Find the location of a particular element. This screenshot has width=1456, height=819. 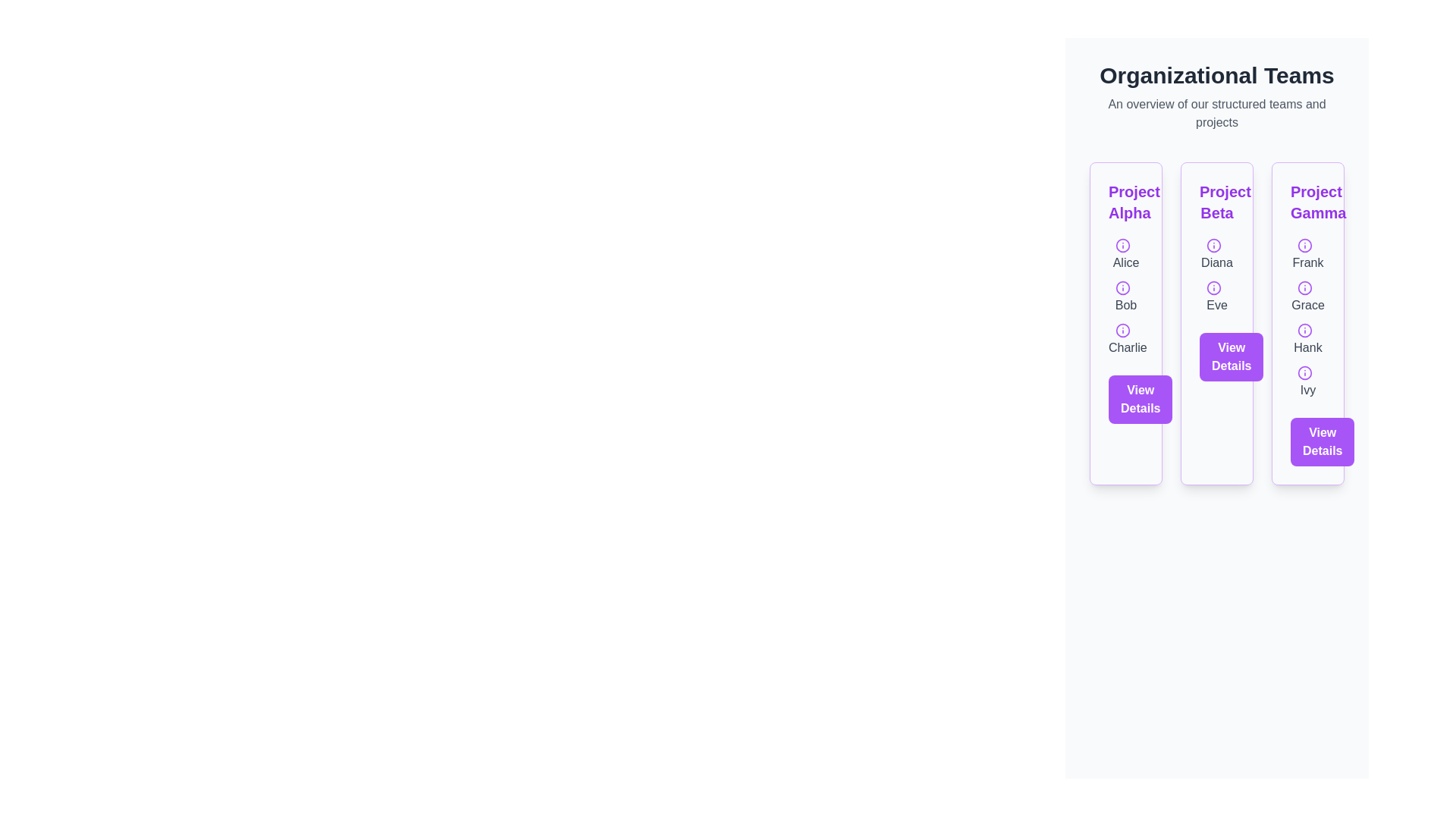

the circular outline icon in the 'Project Gamma' column adjacent to the name 'Hank' on the right-most card is located at coordinates (1304, 329).